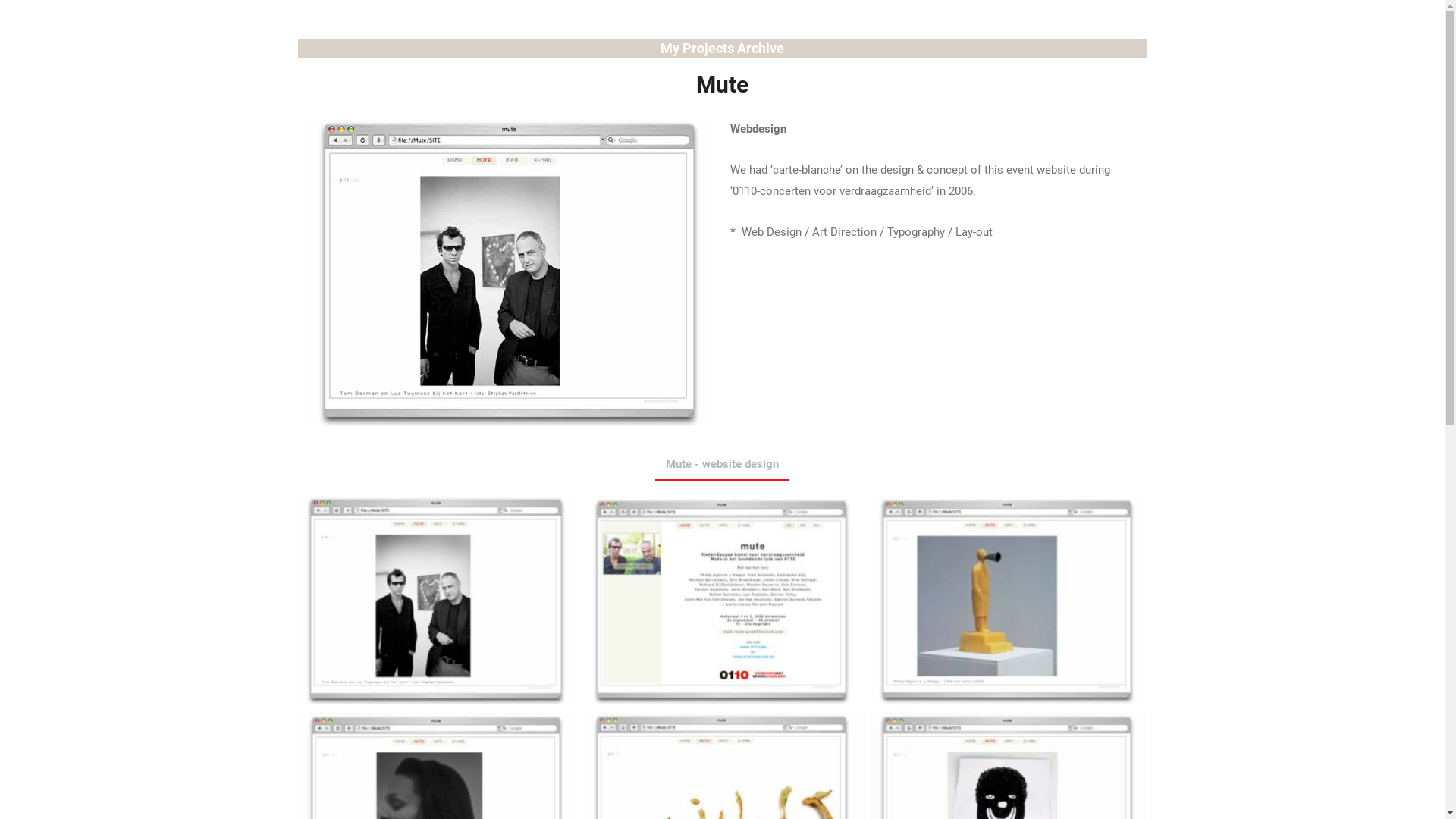 Image resolution: width=1456 pixels, height=819 pixels. Describe the element at coordinates (721, 464) in the screenshot. I see `'Mute - website design'` at that location.